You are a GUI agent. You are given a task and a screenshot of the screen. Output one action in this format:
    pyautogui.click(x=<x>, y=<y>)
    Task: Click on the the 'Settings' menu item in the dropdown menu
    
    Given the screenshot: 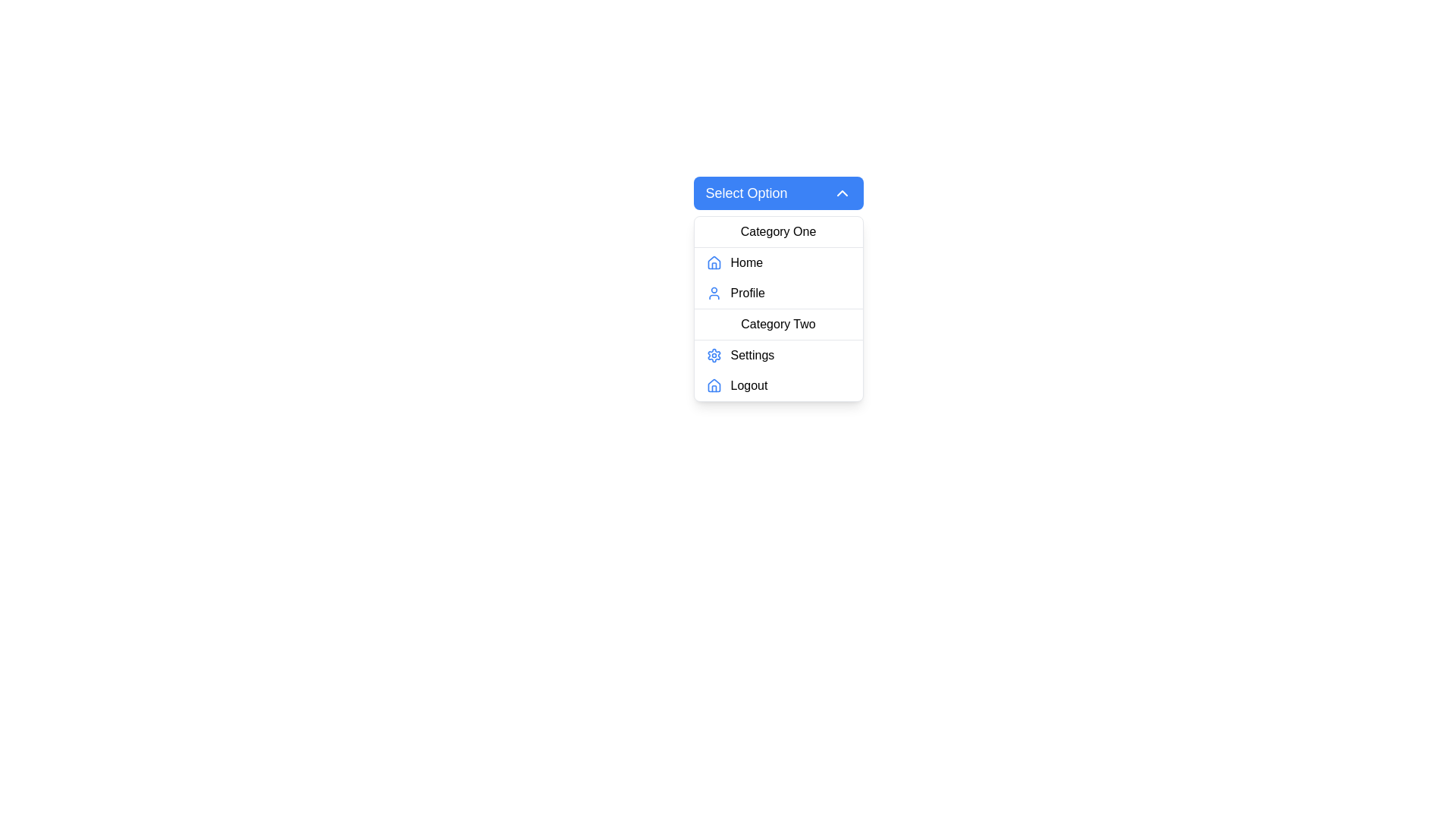 What is the action you would take?
    pyautogui.click(x=778, y=356)
    